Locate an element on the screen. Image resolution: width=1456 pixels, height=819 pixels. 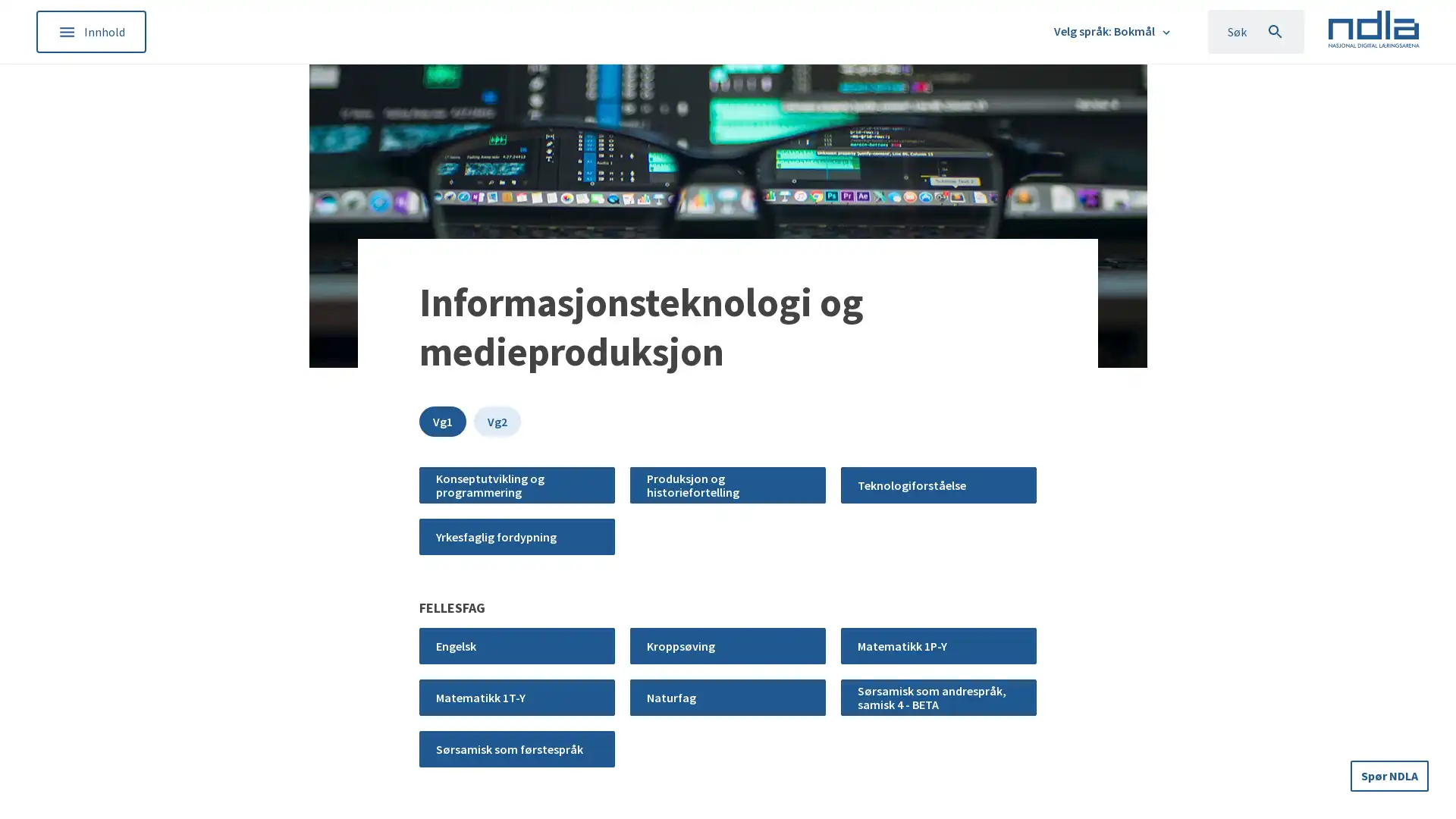
Vg2 is located at coordinates (497, 421).